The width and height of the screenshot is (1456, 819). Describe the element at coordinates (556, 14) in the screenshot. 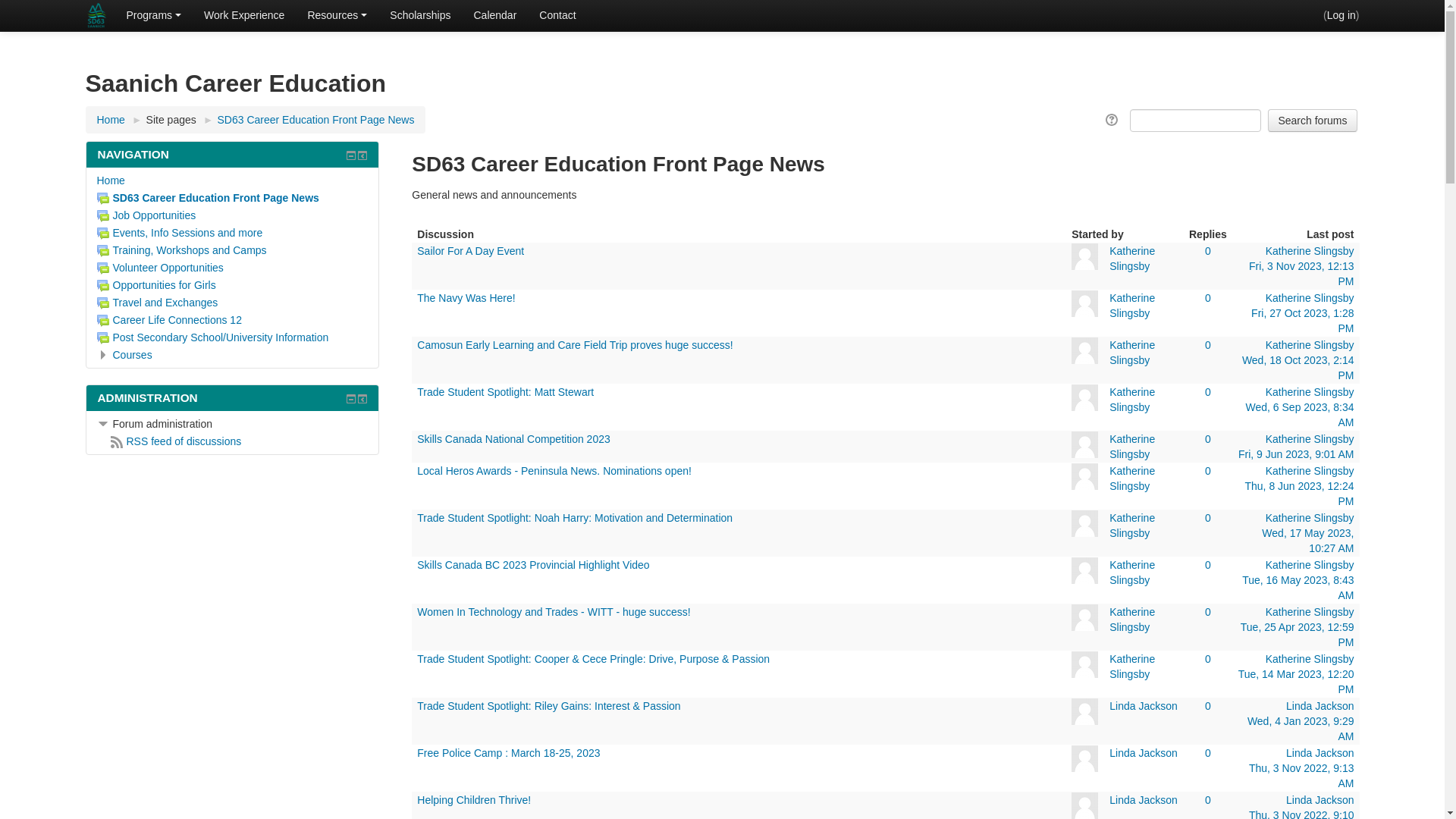

I see `'Contact'` at that location.